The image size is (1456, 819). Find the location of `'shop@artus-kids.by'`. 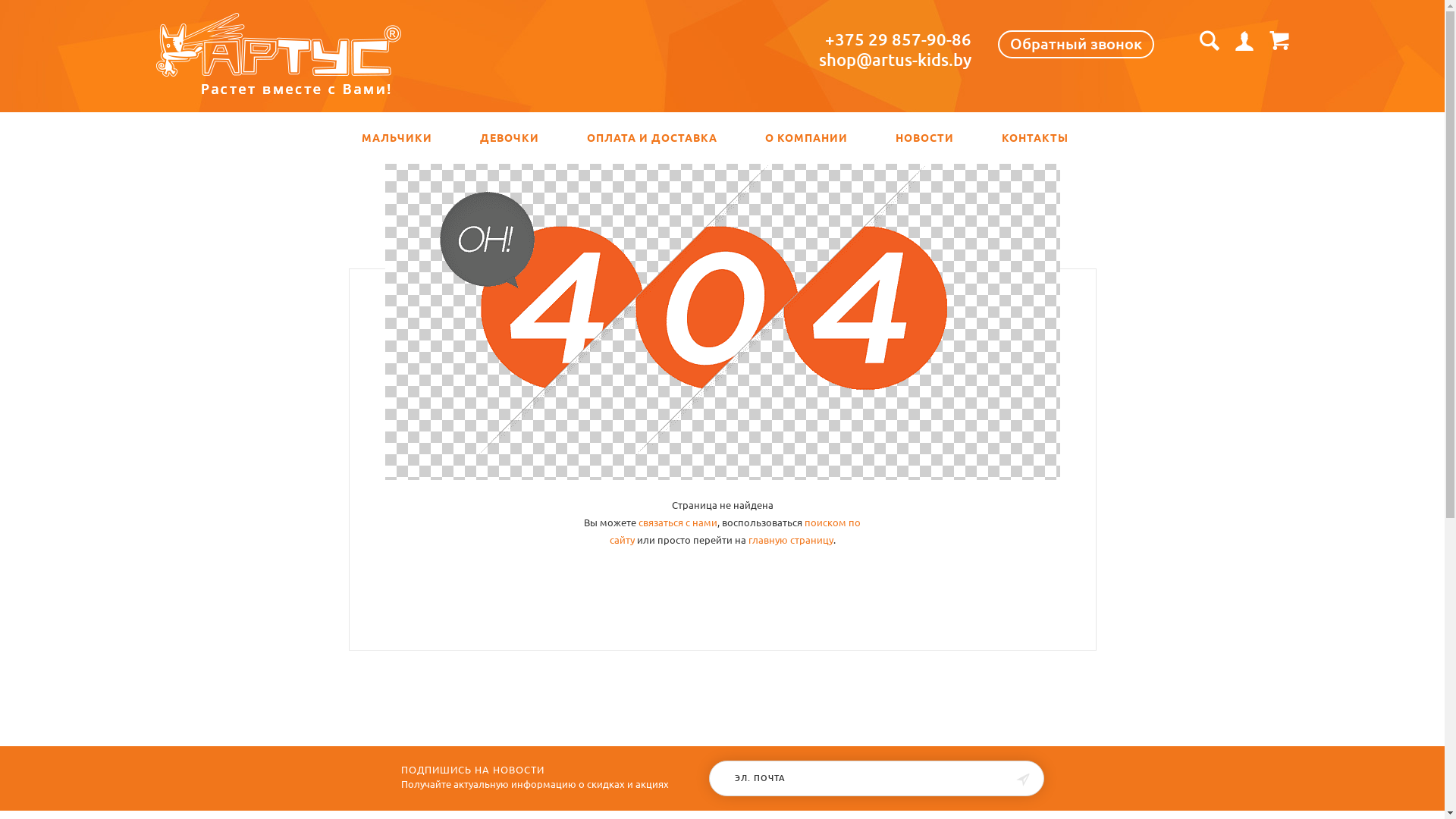

'shop@artus-kids.by' is located at coordinates (895, 58).